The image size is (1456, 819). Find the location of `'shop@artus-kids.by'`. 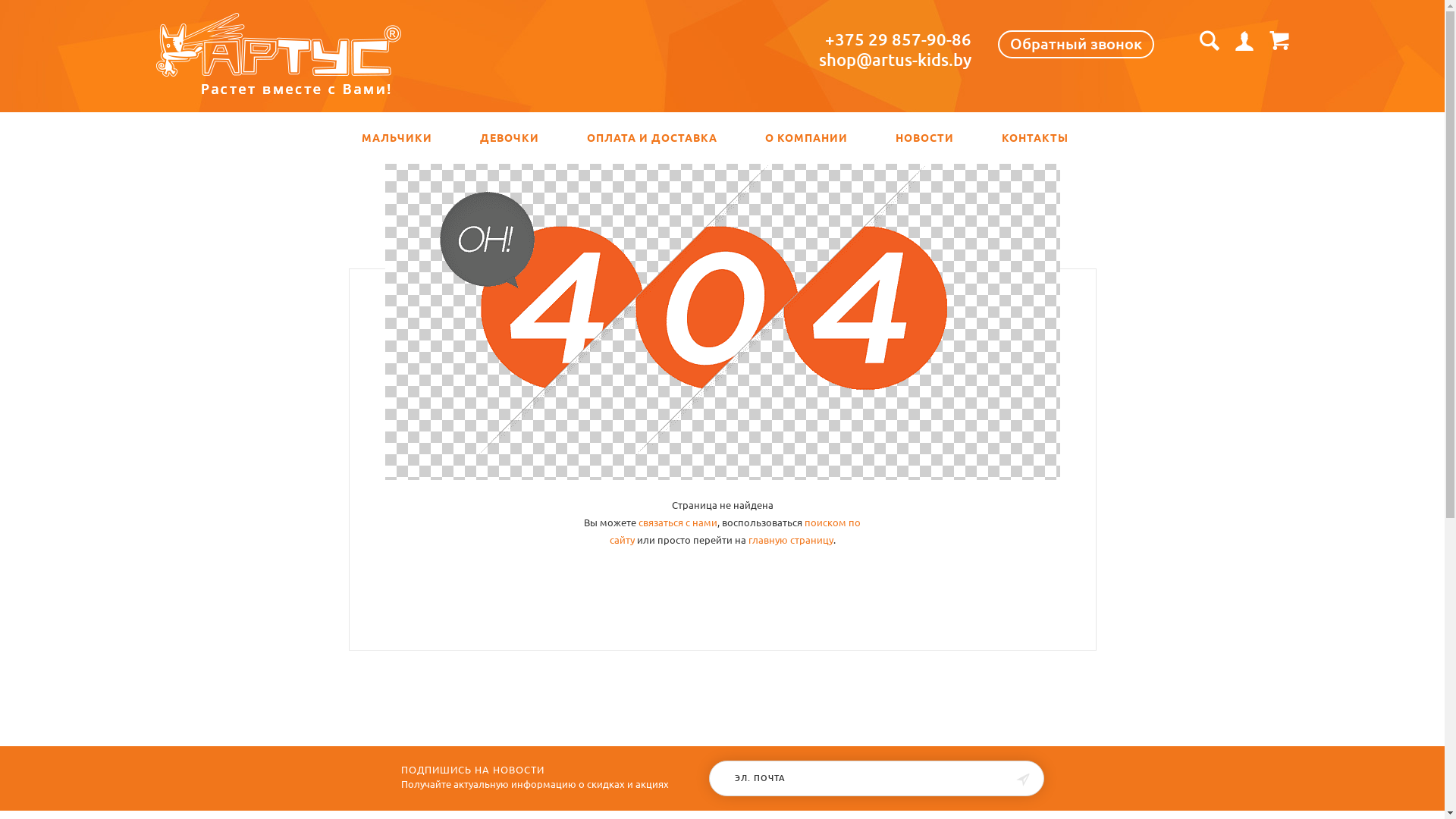

'shop@artus-kids.by' is located at coordinates (895, 58).